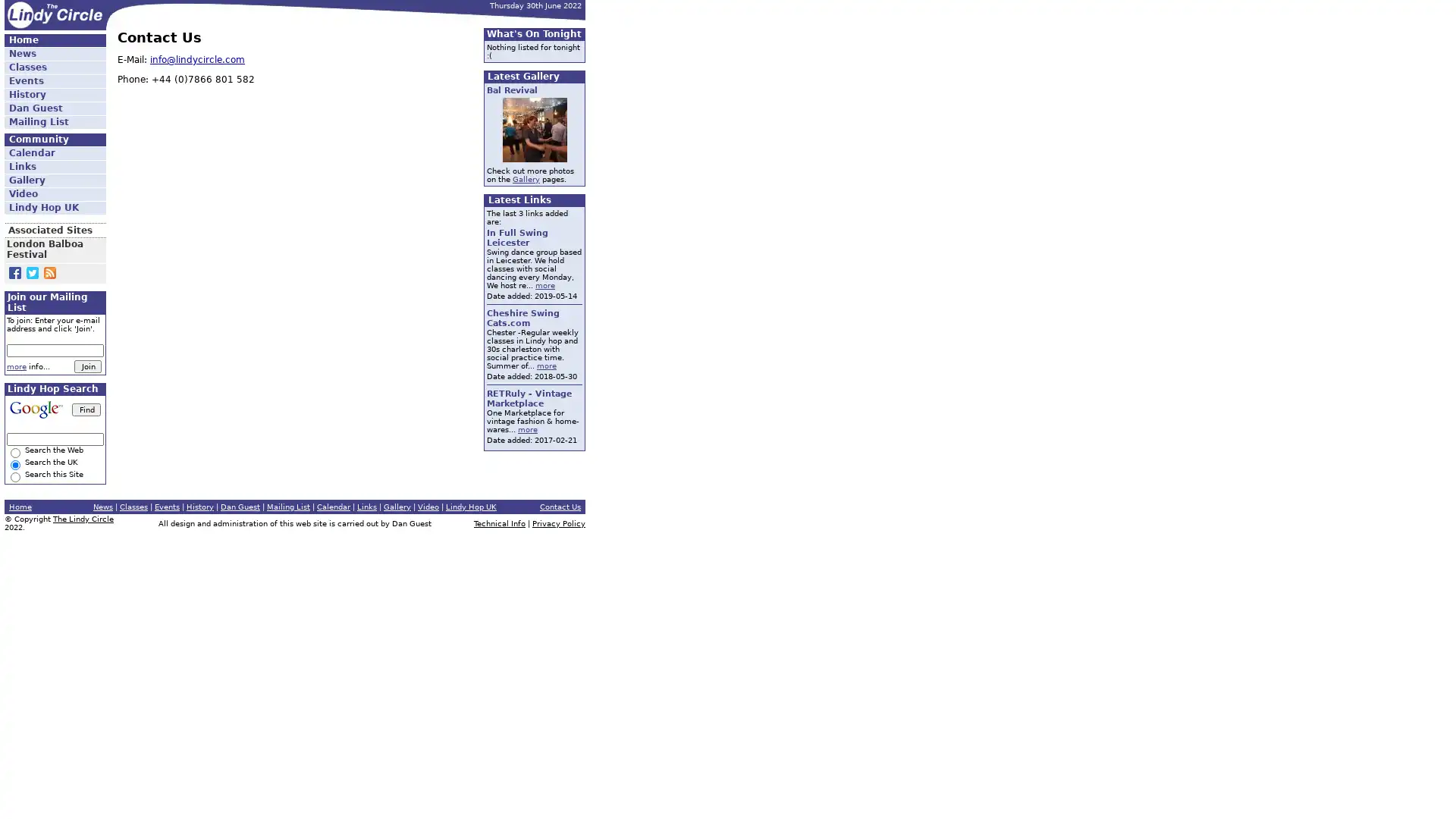 This screenshot has width=1456, height=819. Describe the element at coordinates (86, 408) in the screenshot. I see `Find` at that location.